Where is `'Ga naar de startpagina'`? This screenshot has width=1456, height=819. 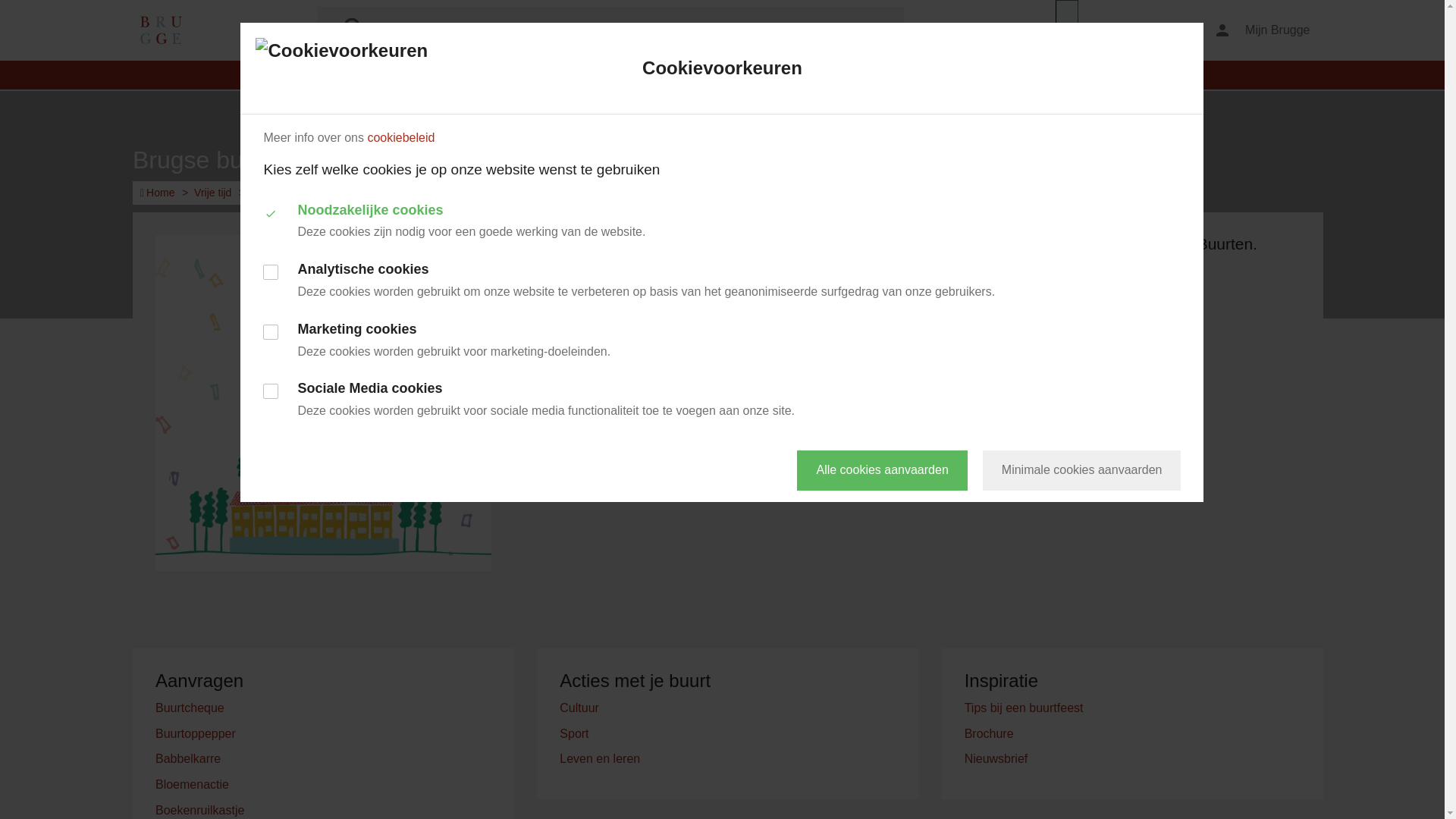
'Ga naar de startpagina' is located at coordinates (160, 30).